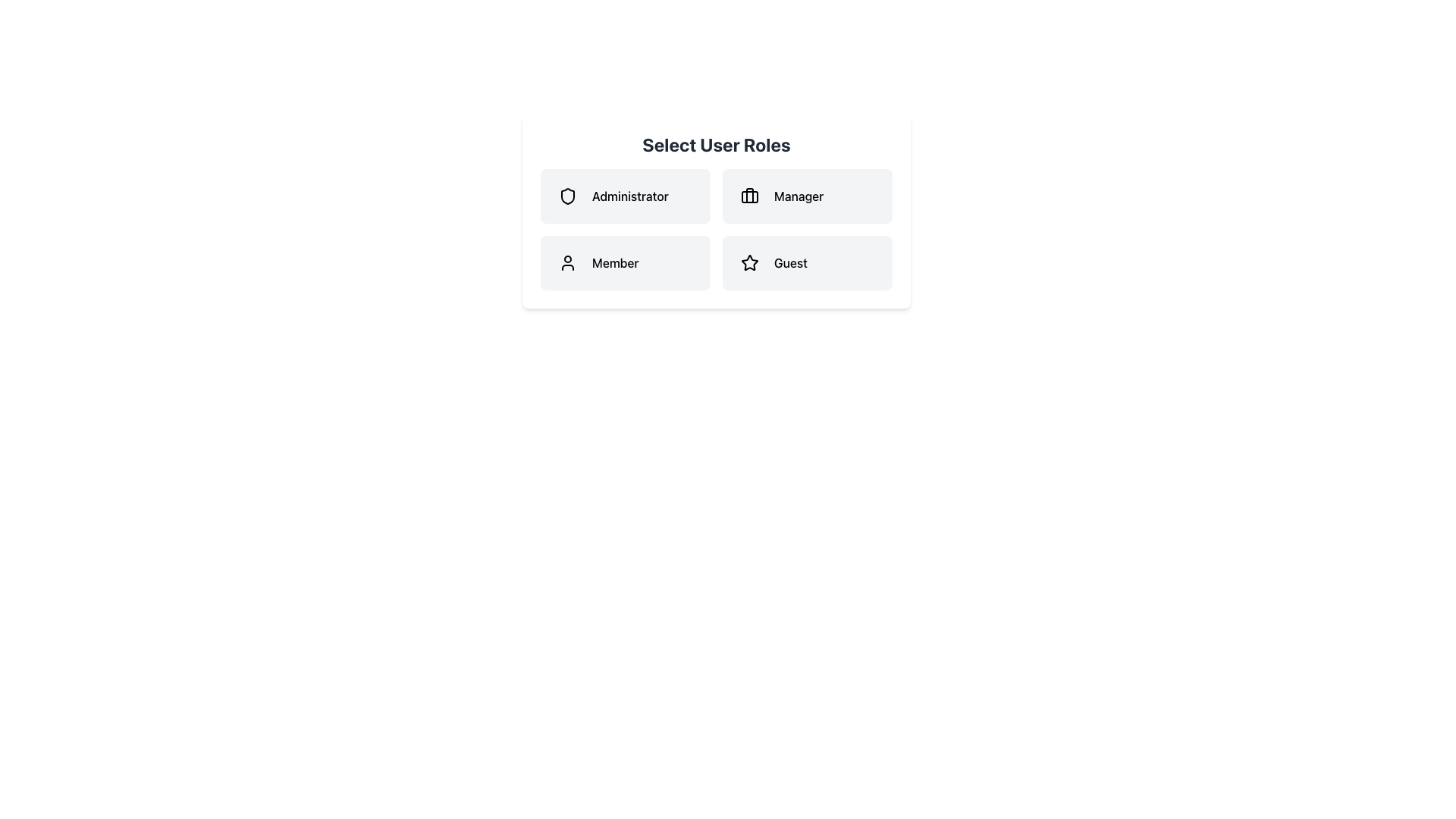 This screenshot has height=819, width=1456. I want to click on the 'Member' user role label, which is the third sub-element in a 2x2 grid of selectable roles, so click(615, 262).